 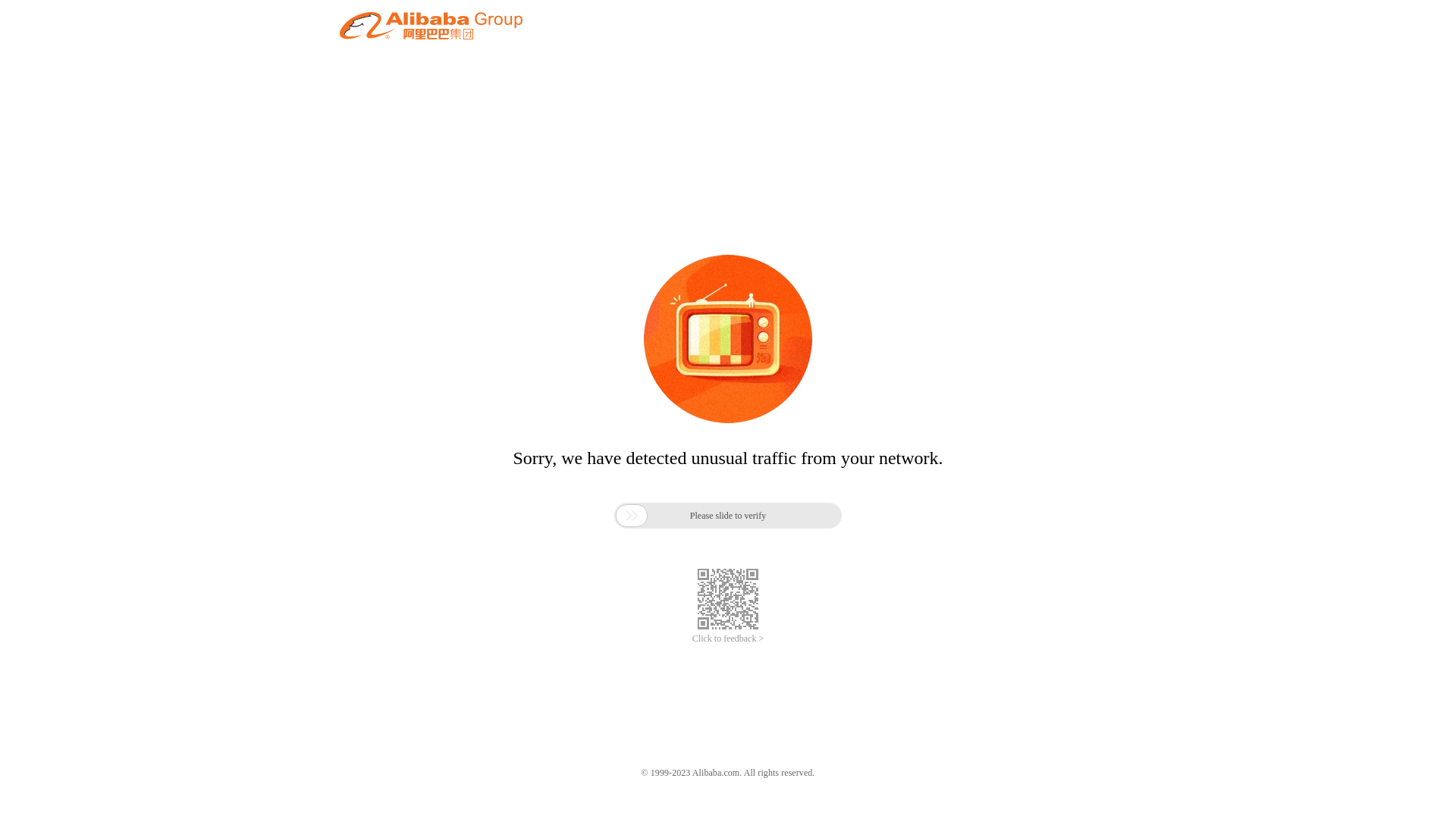 I want to click on 'Click to feedback >', so click(x=728, y=639).